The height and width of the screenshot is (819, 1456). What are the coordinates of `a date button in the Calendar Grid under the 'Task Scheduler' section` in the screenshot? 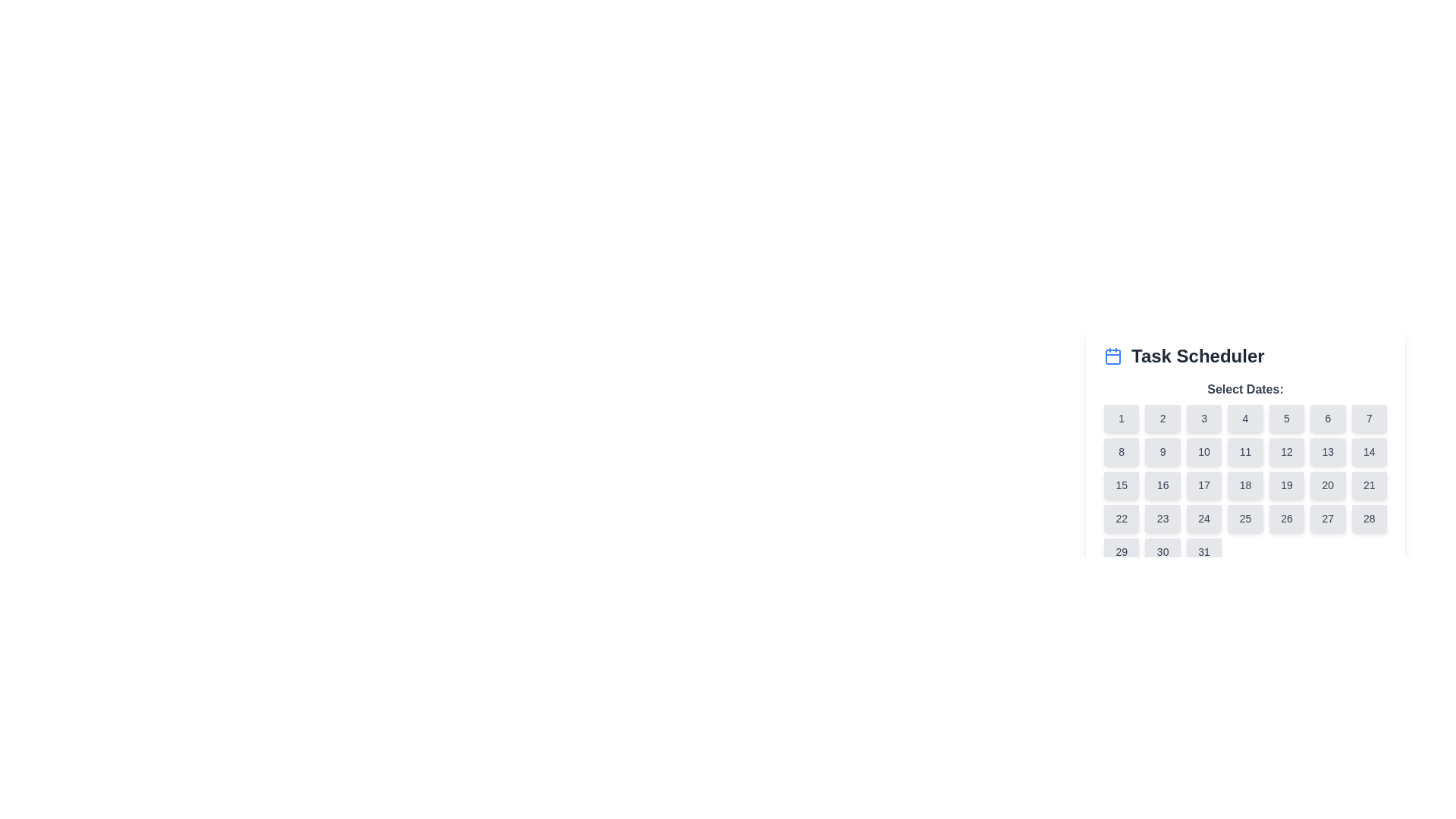 It's located at (1245, 507).